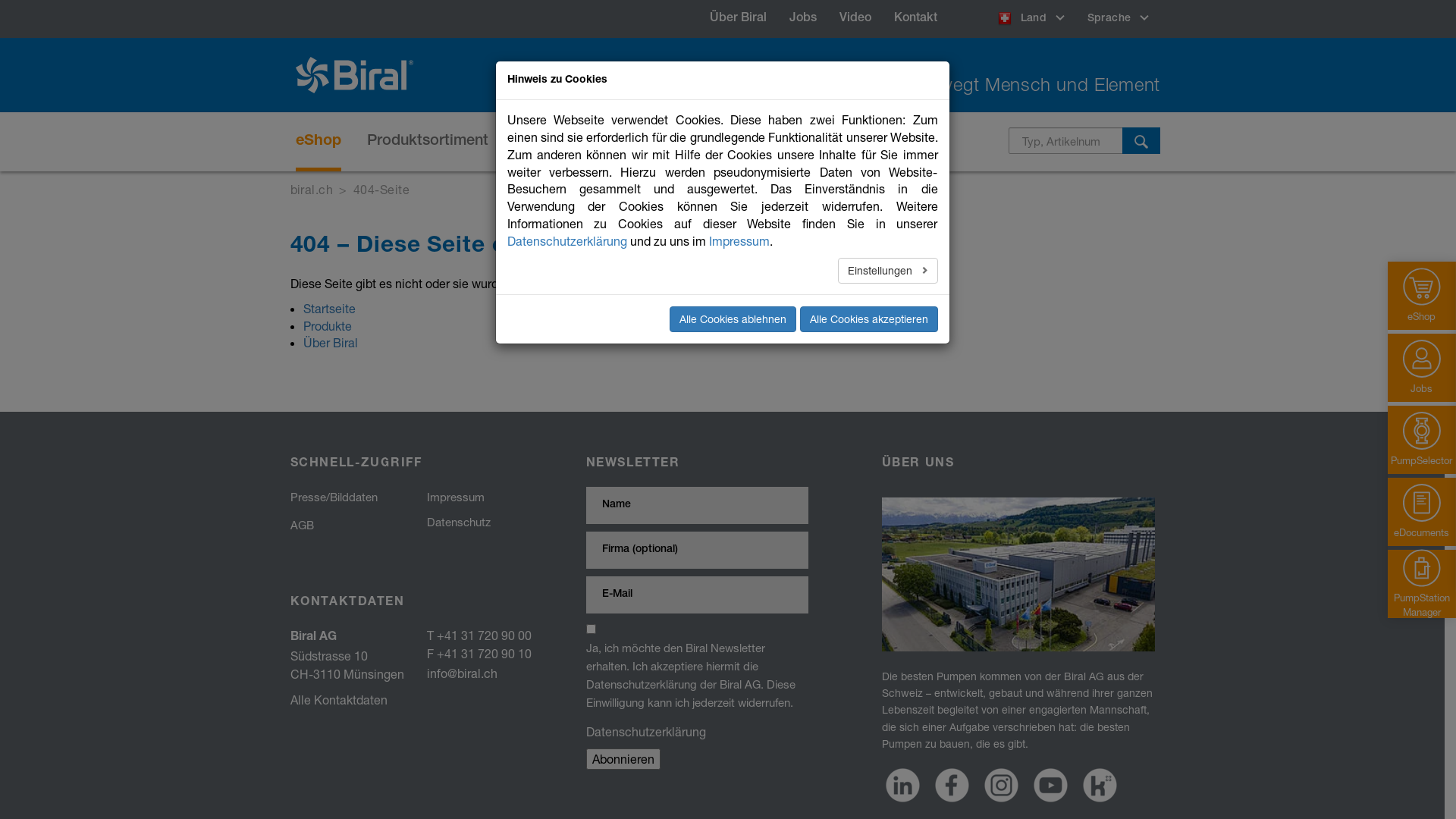  Describe the element at coordinates (477, 635) in the screenshot. I see `'T +41 31 720 90 00'` at that location.